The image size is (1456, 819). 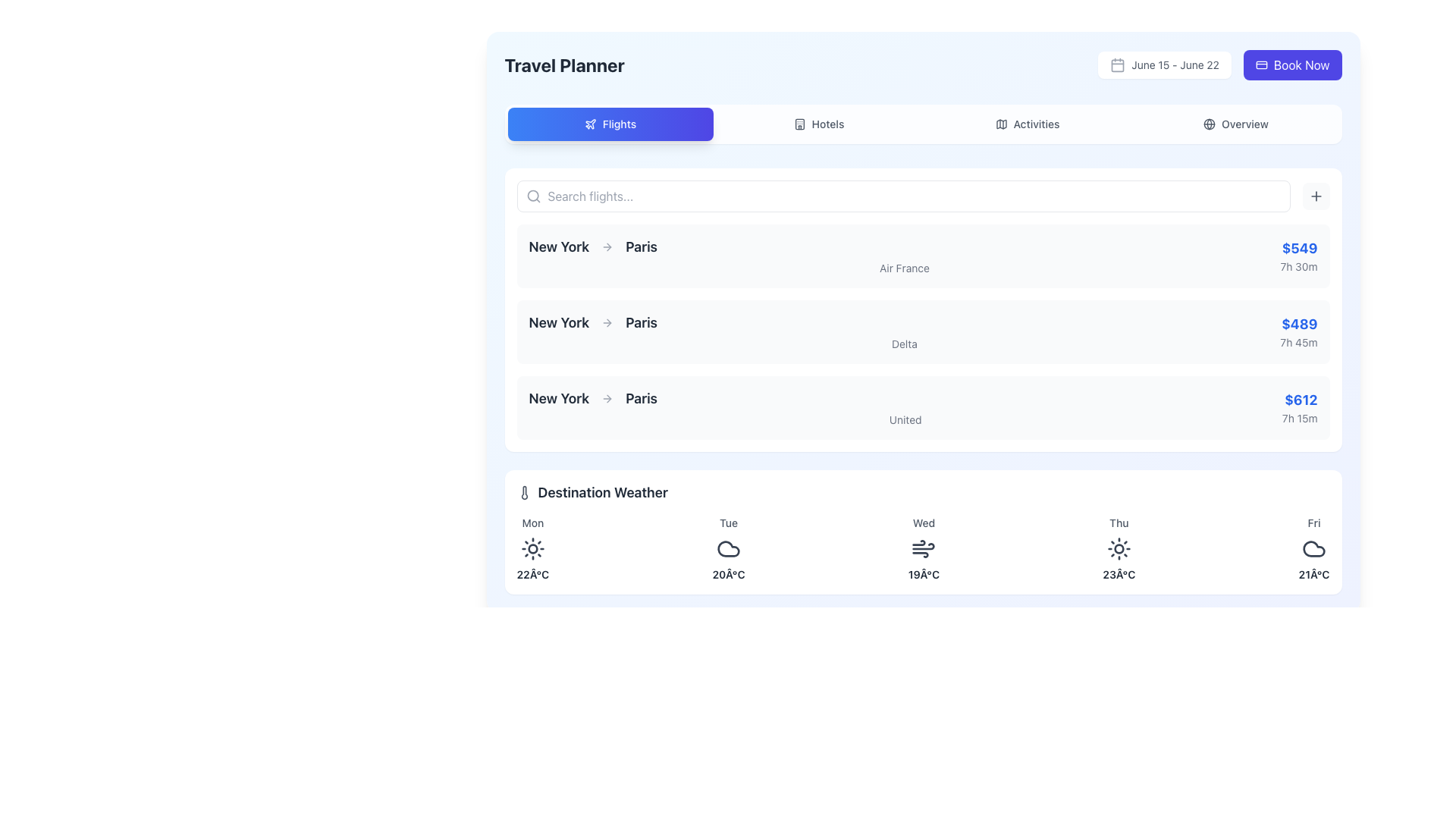 I want to click on the static text label displaying the temperature value of '20Â°C' in the 'Destination Weather' section under the 'Tue' column, positioned below the cloud icon, so click(x=728, y=575).